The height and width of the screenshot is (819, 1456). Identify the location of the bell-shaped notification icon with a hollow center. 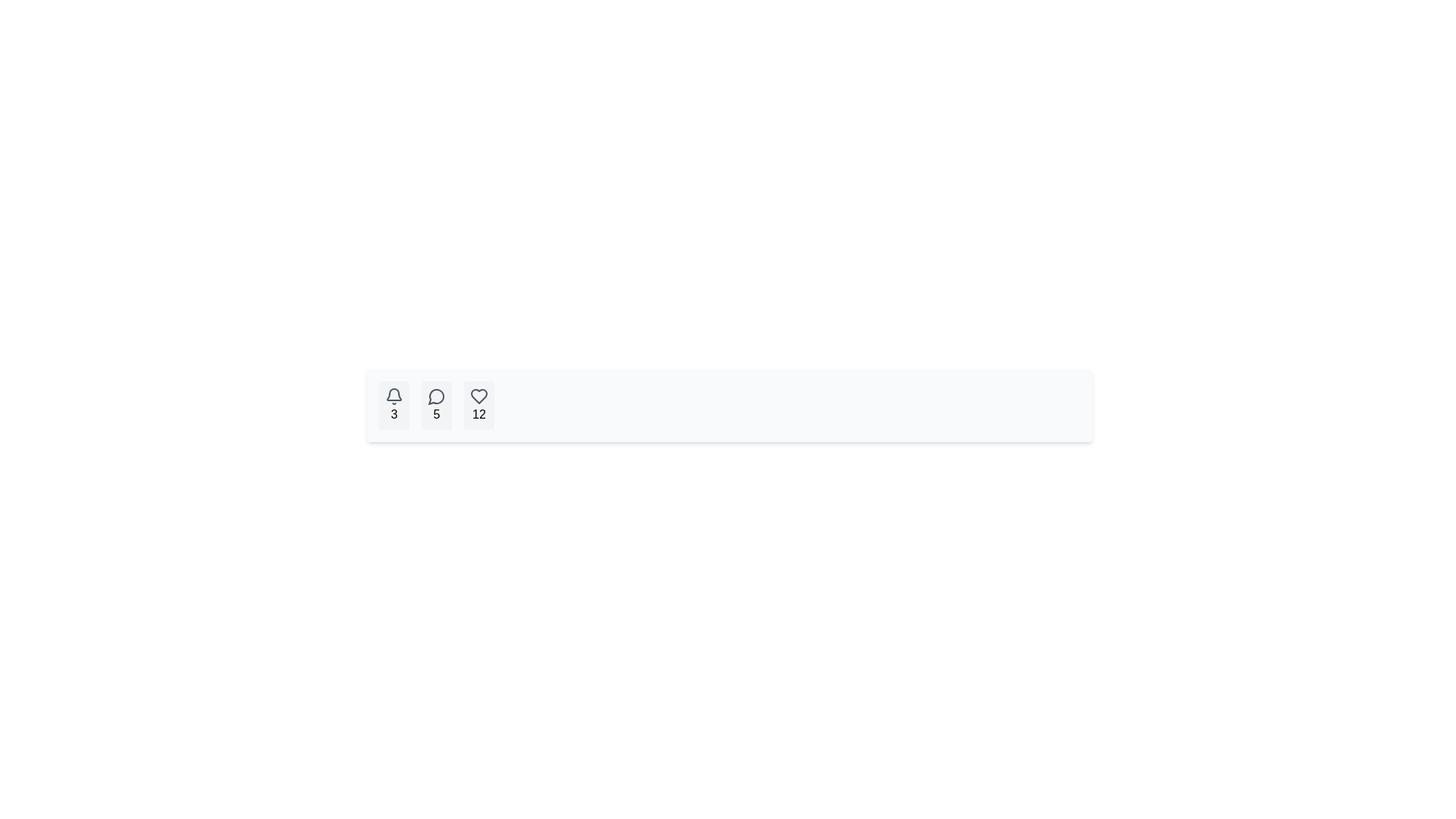
(394, 394).